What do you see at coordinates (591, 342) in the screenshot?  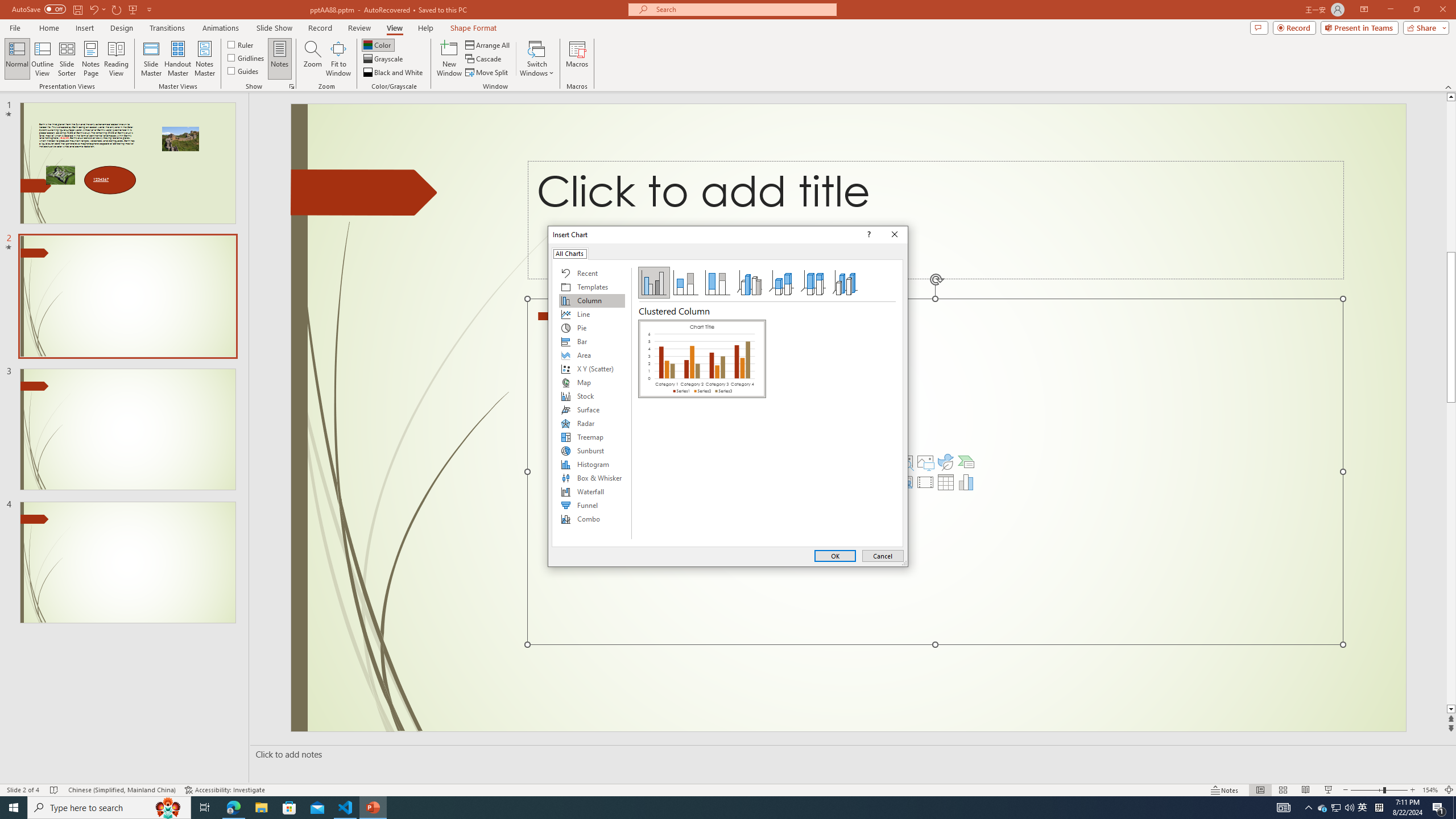 I see `'Bar'` at bounding box center [591, 342].